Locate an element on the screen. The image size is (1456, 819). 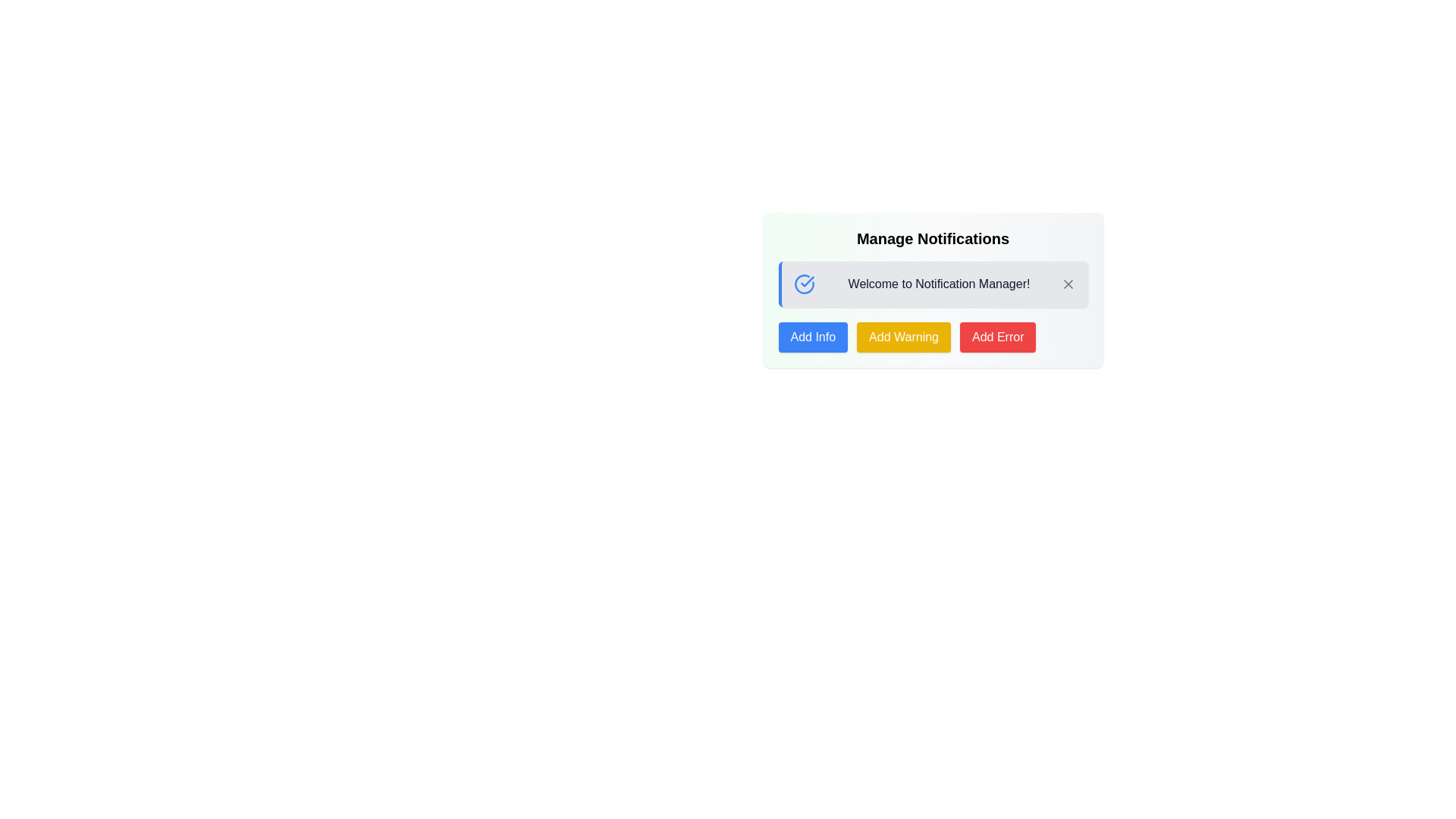
the blue rectangular button labeled 'Add Info' to change its color is located at coordinates (812, 336).